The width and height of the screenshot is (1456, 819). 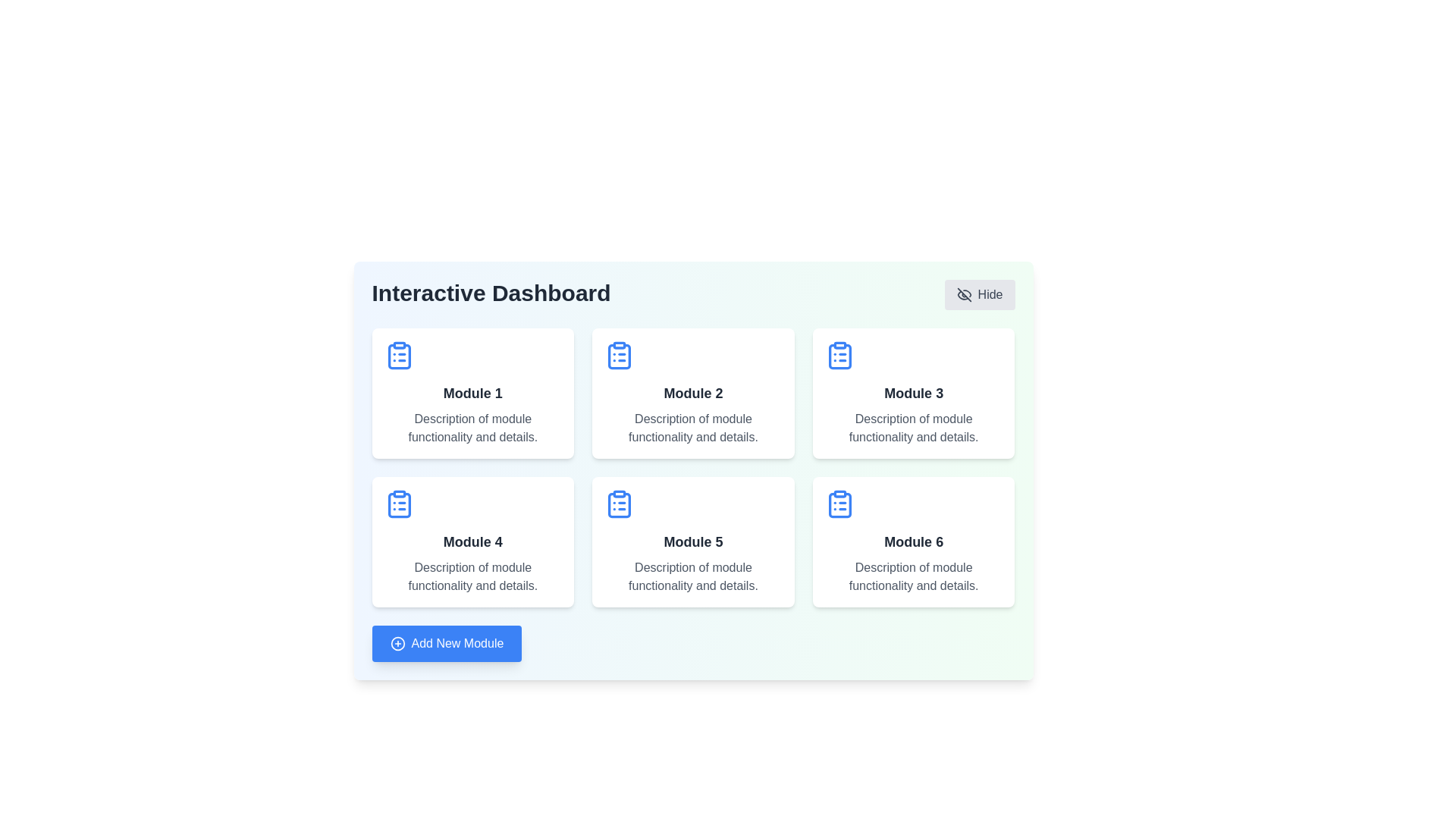 What do you see at coordinates (839, 504) in the screenshot?
I see `the blue clipboard icon with a checklist design located at the top of the 'Module 6' card, positioned to the left of the card's title` at bounding box center [839, 504].